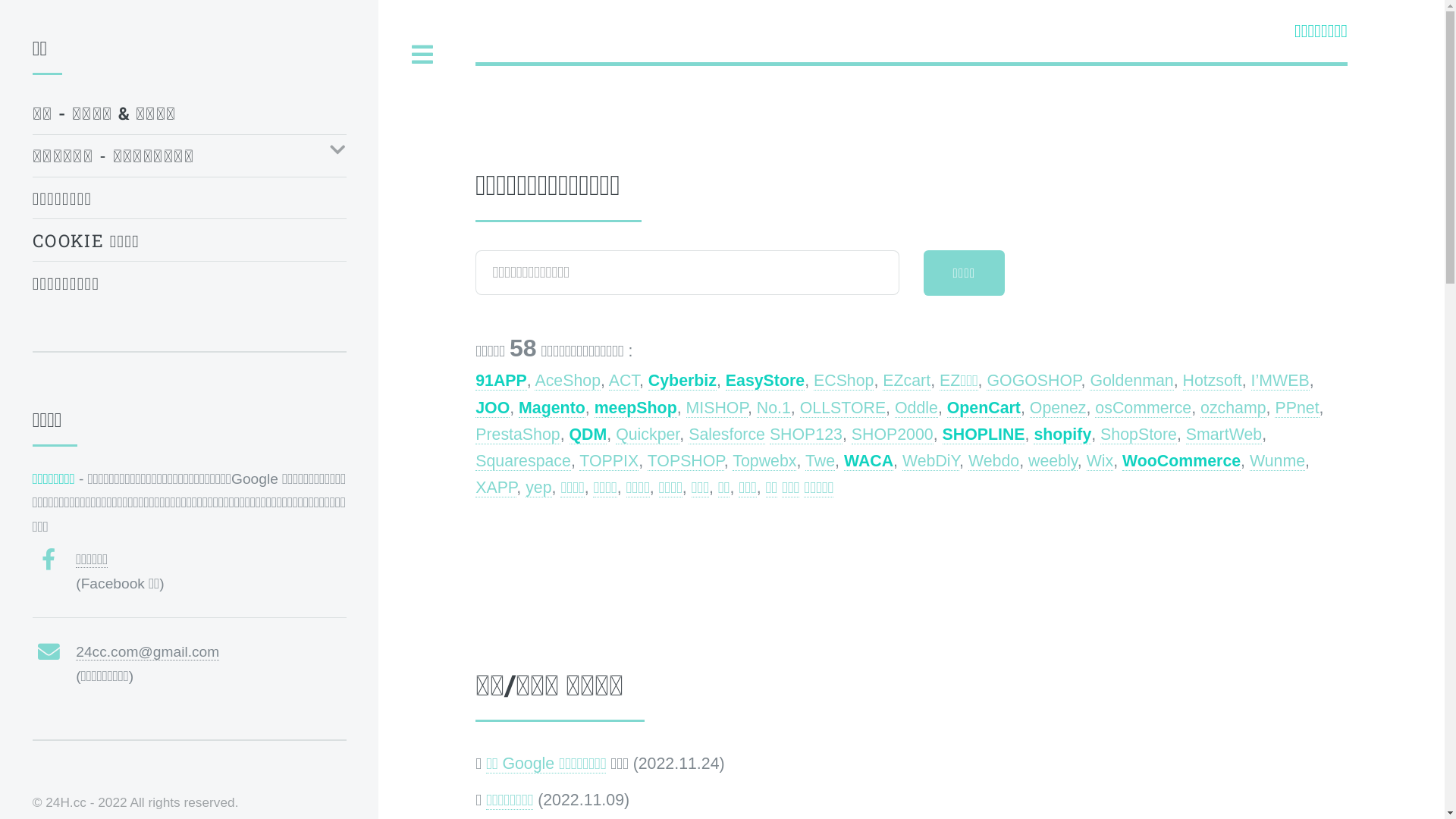 The width and height of the screenshot is (1456, 819). I want to click on 'OLLSTORE', so click(842, 407).